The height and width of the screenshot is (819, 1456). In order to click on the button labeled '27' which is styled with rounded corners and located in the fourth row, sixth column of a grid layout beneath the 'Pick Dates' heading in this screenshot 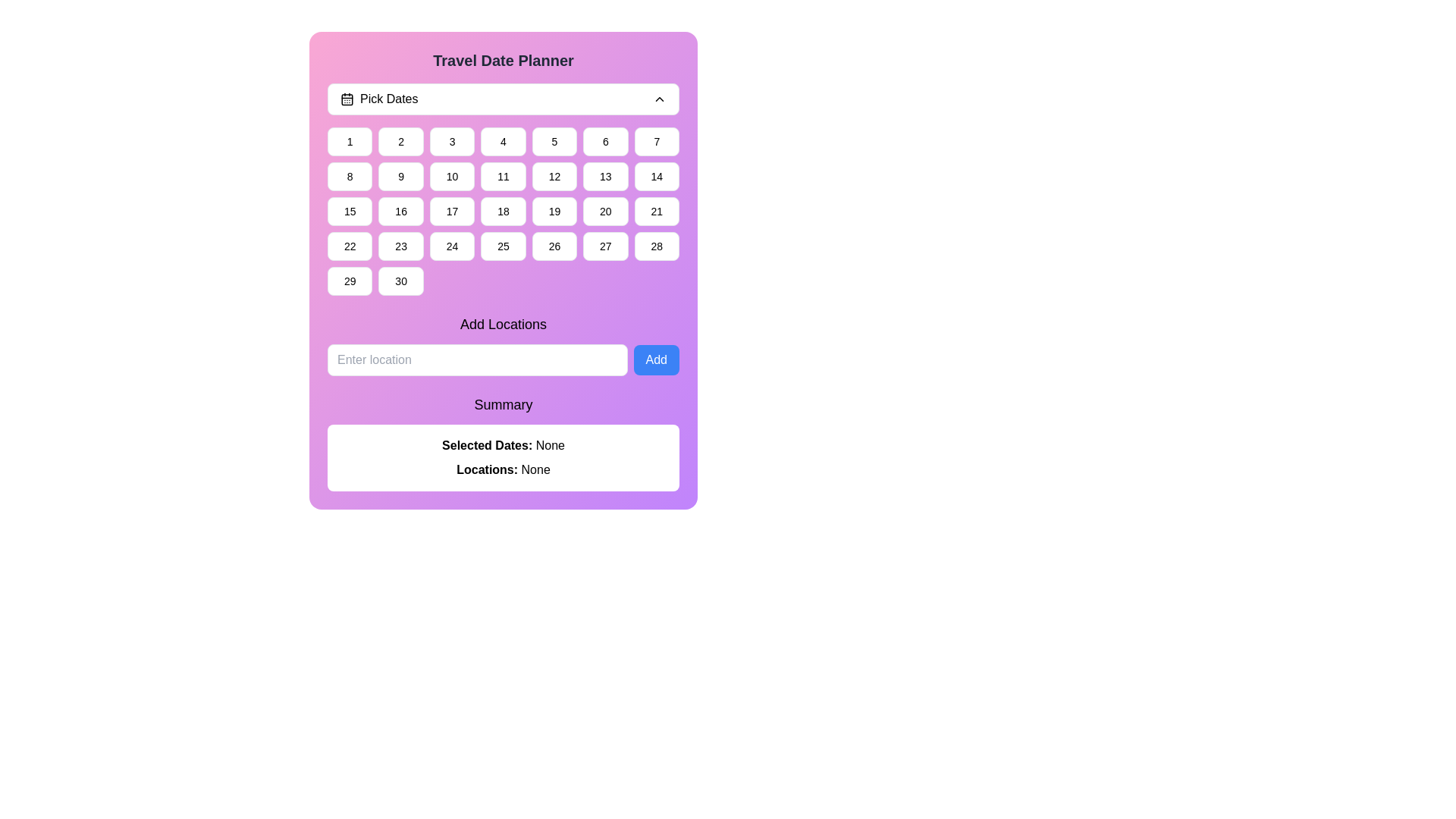, I will do `click(604, 245)`.